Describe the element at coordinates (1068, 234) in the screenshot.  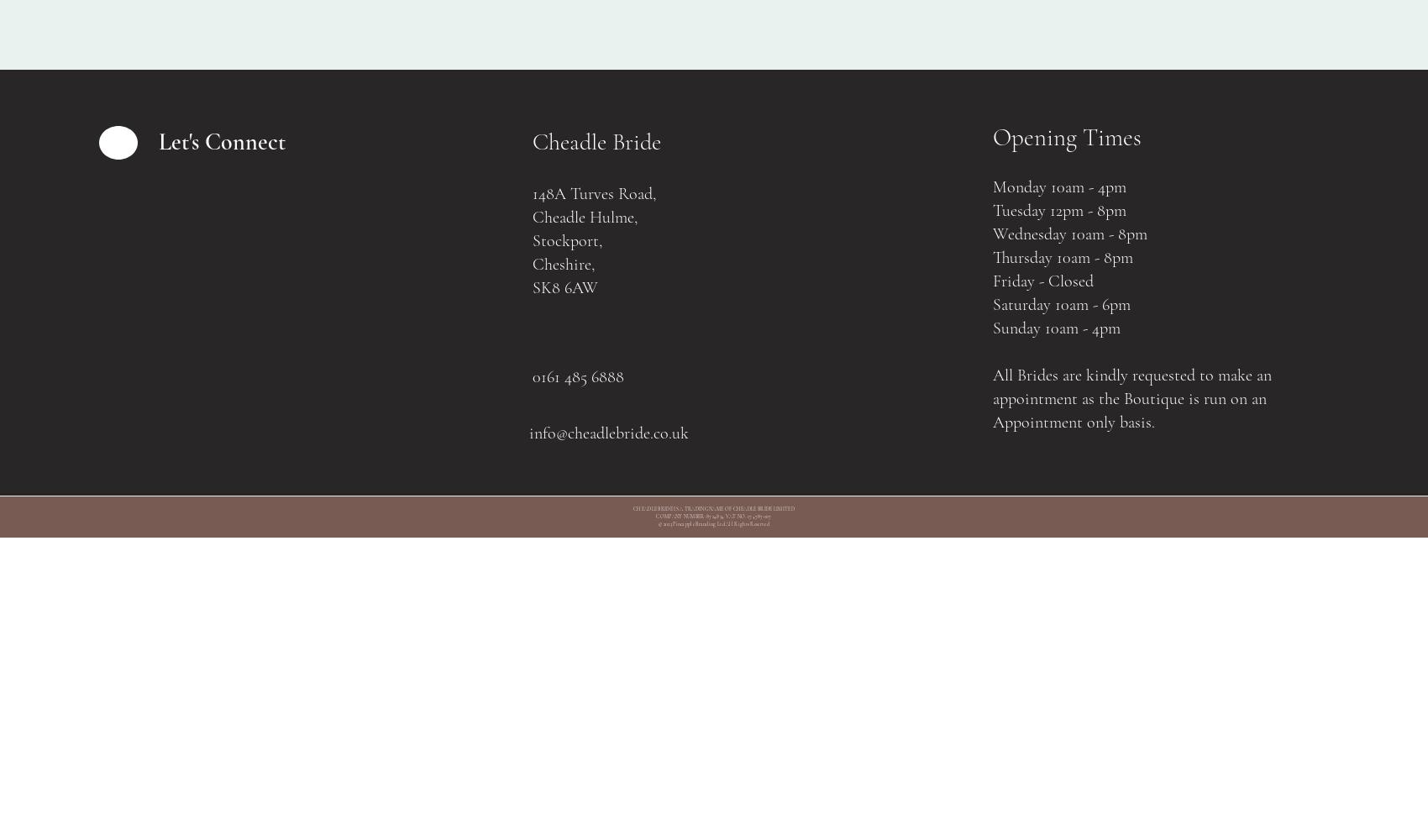
I see `'Wednesday 10am - 8pm'` at that location.